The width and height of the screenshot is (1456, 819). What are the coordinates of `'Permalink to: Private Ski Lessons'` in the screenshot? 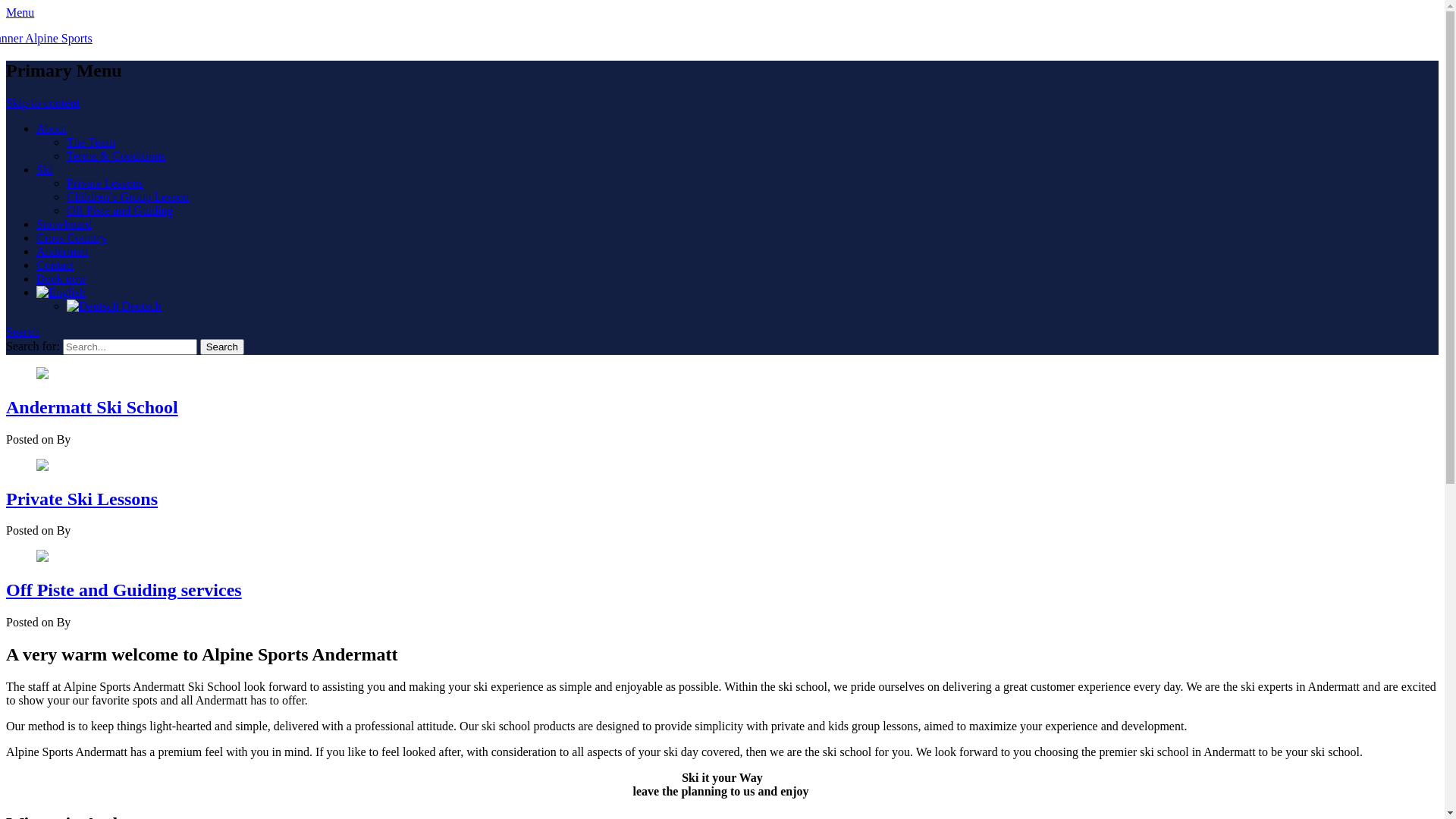 It's located at (42, 466).